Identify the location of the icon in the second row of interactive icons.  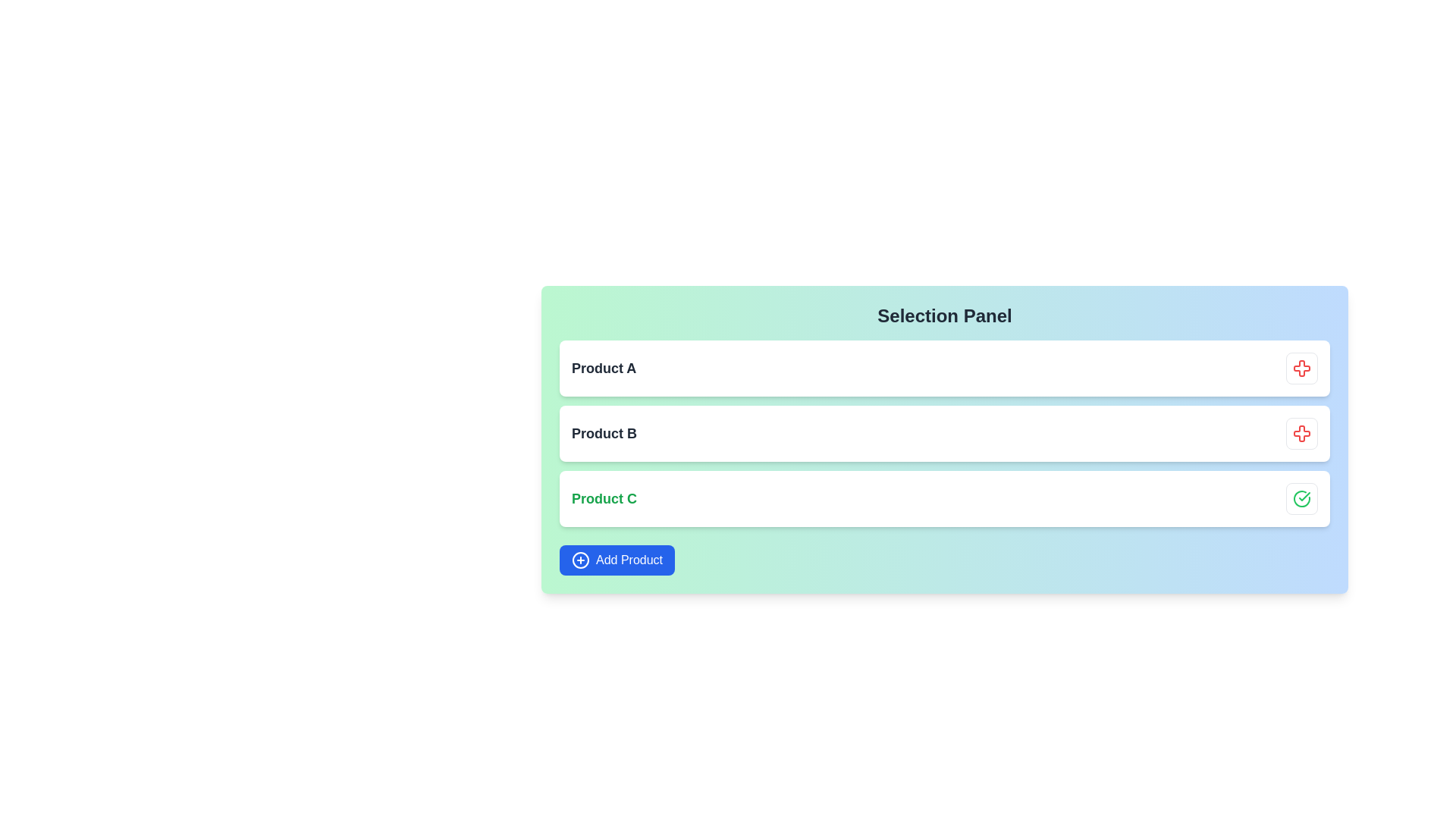
(1301, 369).